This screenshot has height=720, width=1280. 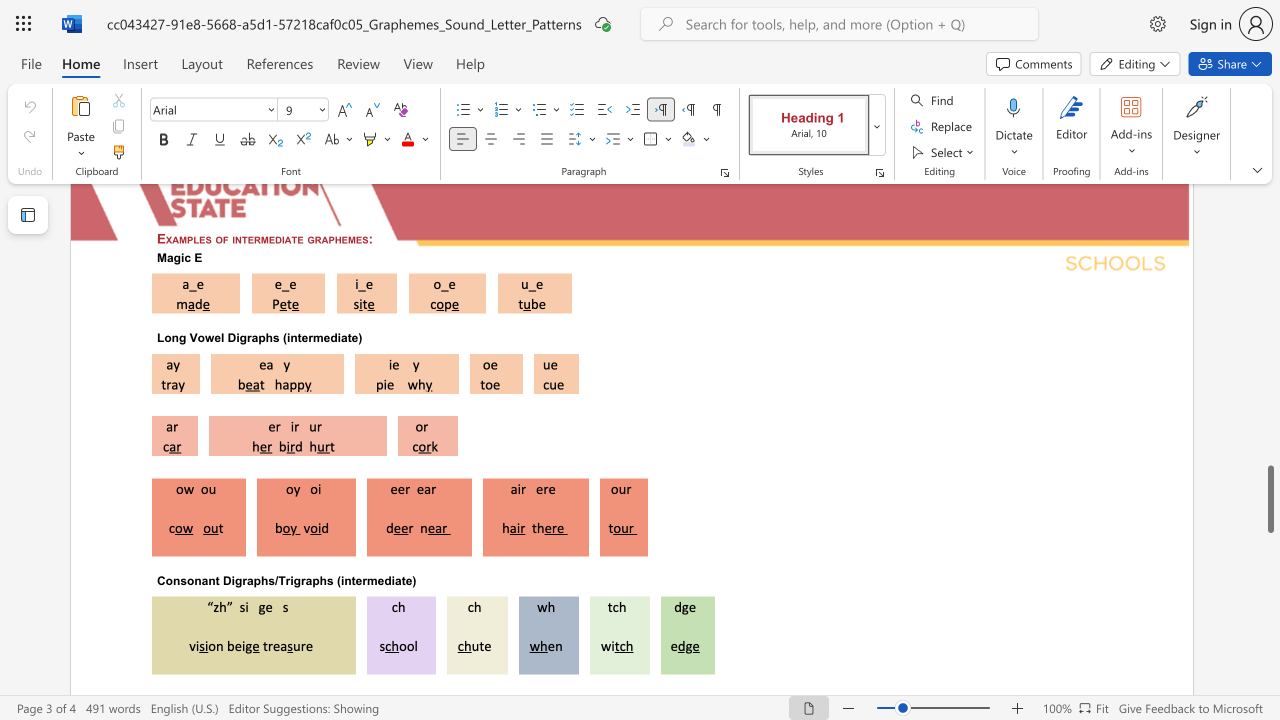 What do you see at coordinates (1269, 280) in the screenshot?
I see `the scrollbar on the right to shift the page higher` at bounding box center [1269, 280].